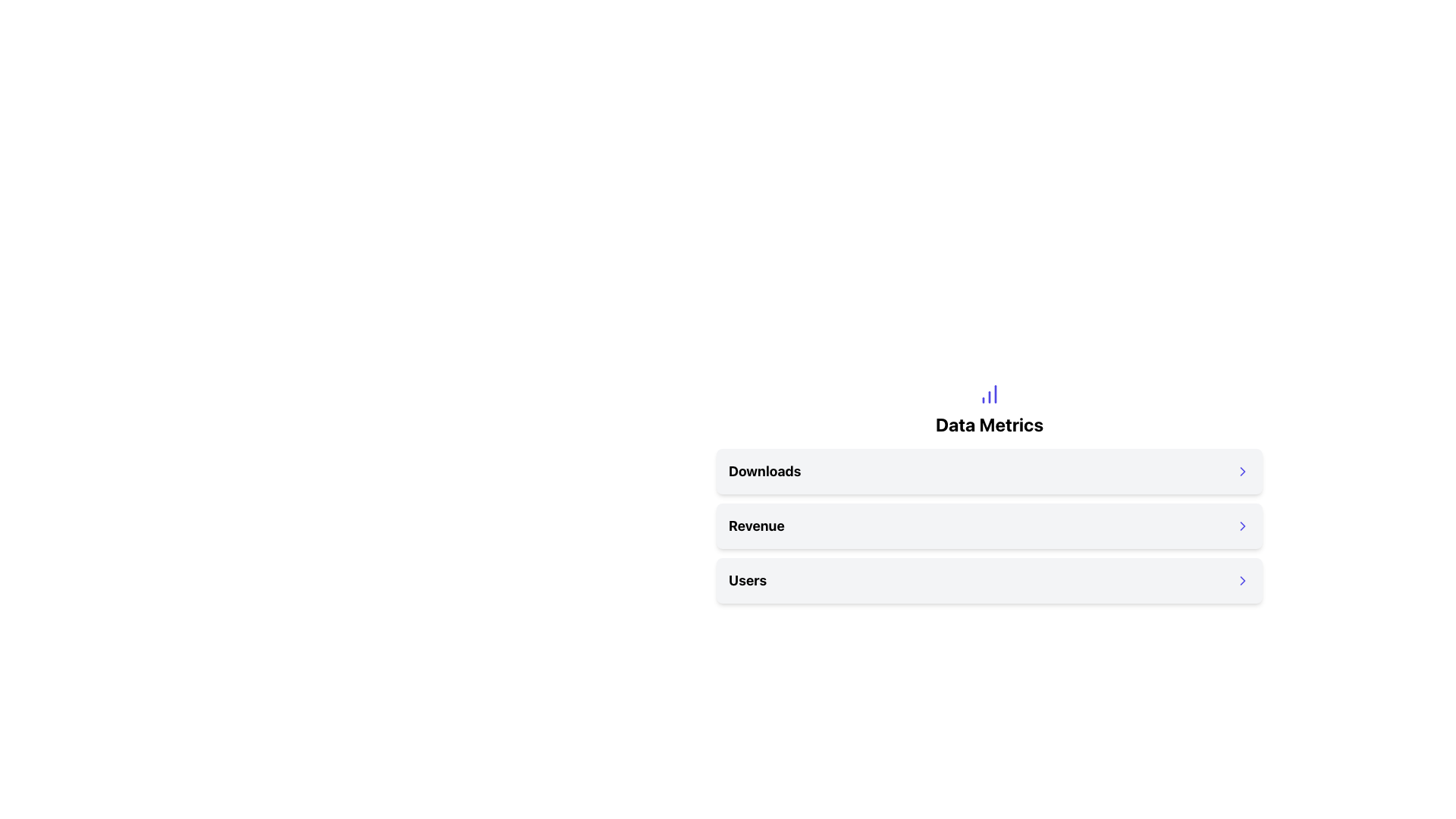 Image resolution: width=1456 pixels, height=819 pixels. I want to click on text of the Label that identifies the download section, positioned as the first item in the top row of the list, so click(764, 470).